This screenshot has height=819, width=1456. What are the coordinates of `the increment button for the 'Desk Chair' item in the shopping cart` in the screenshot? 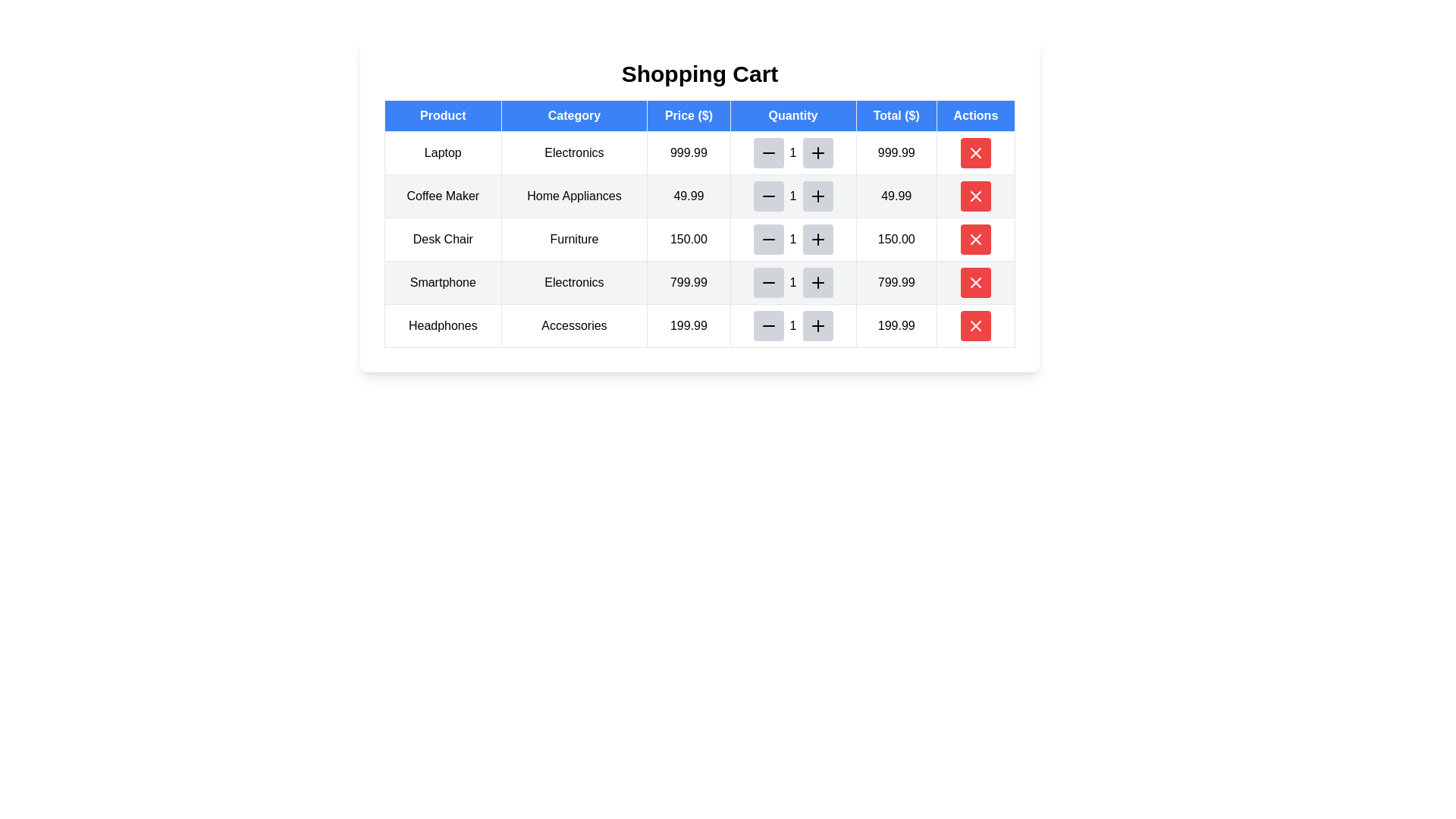 It's located at (817, 239).